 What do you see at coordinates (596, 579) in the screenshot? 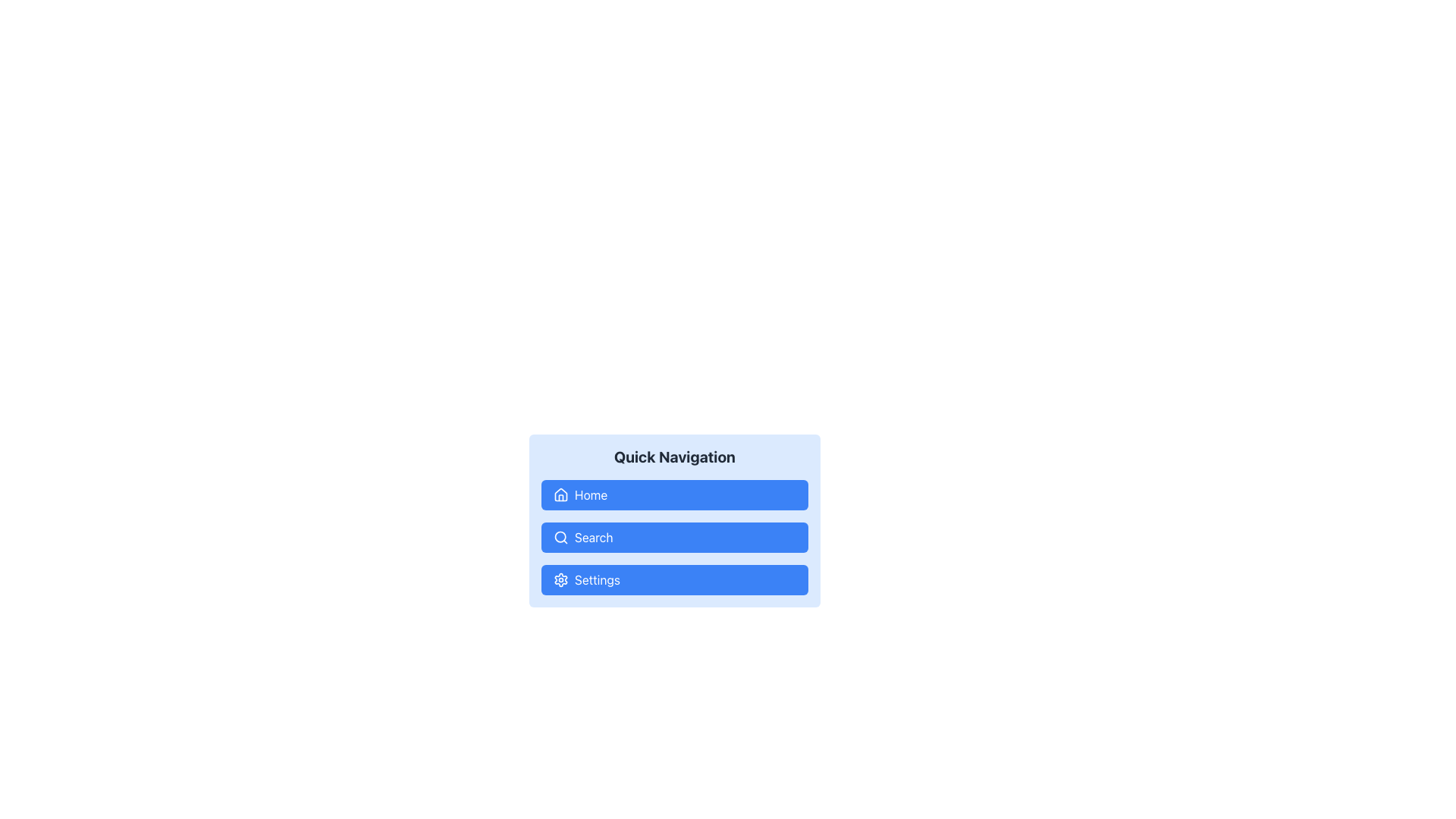
I see `the 'Settings' text label within the blue button in the 'Quick Navigation' menu, which indicates the button's purpose for accessing or configuring settings` at bounding box center [596, 579].